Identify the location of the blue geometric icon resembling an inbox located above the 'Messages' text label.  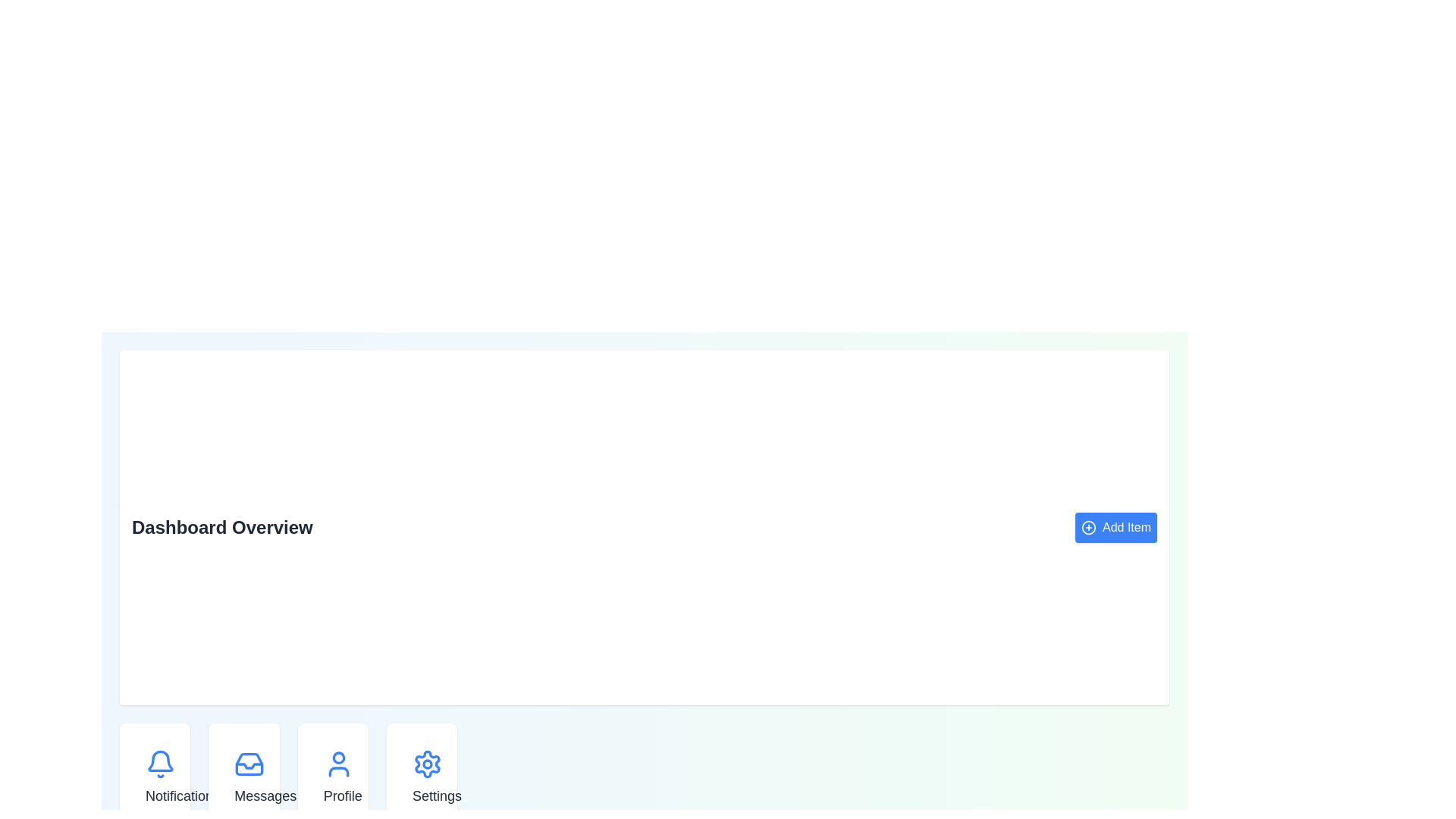
(249, 764).